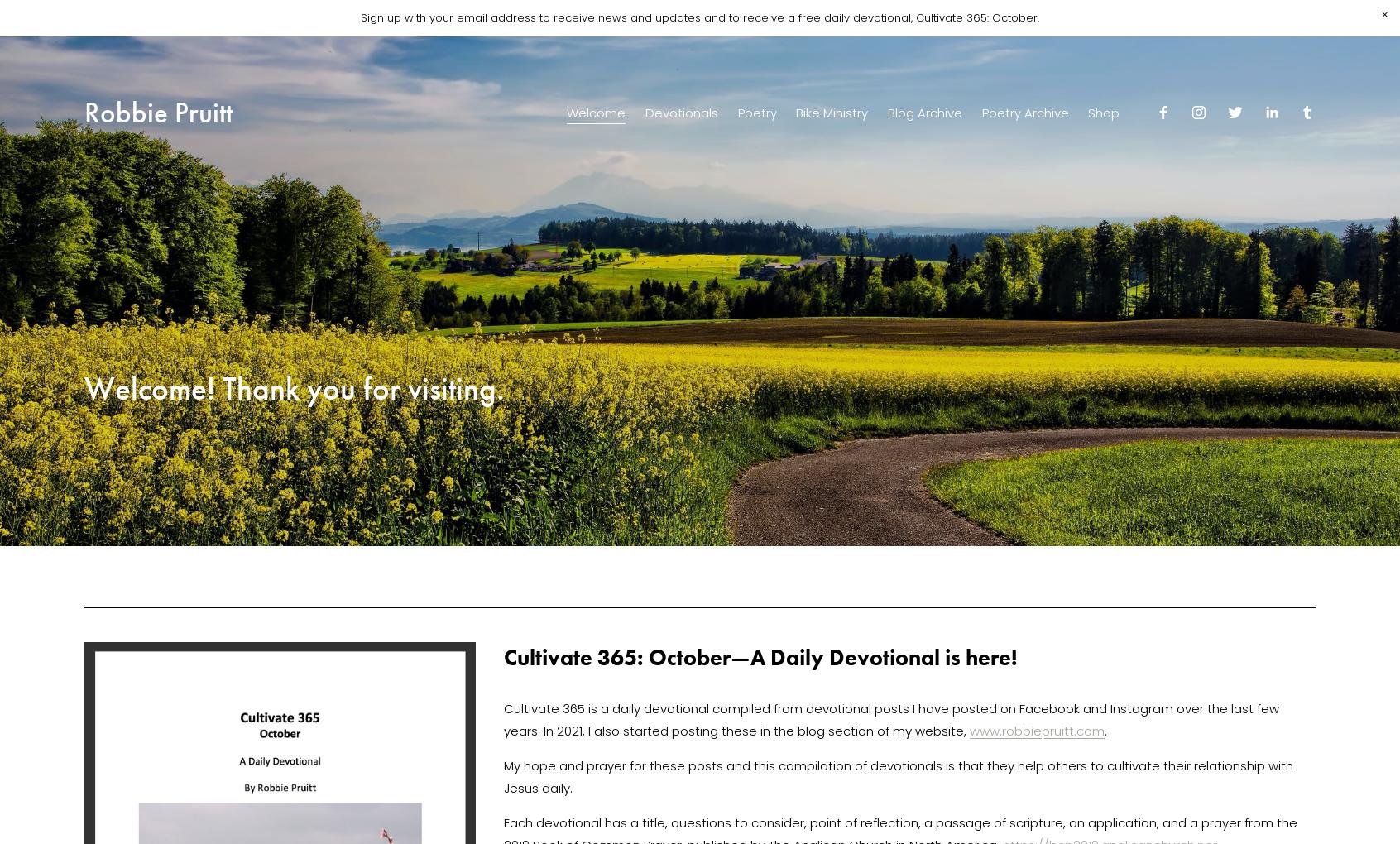 The width and height of the screenshot is (1400, 844). What do you see at coordinates (760, 656) in the screenshot?
I see `'Cultivate 365: October—A Daily Devotional is here!'` at bounding box center [760, 656].